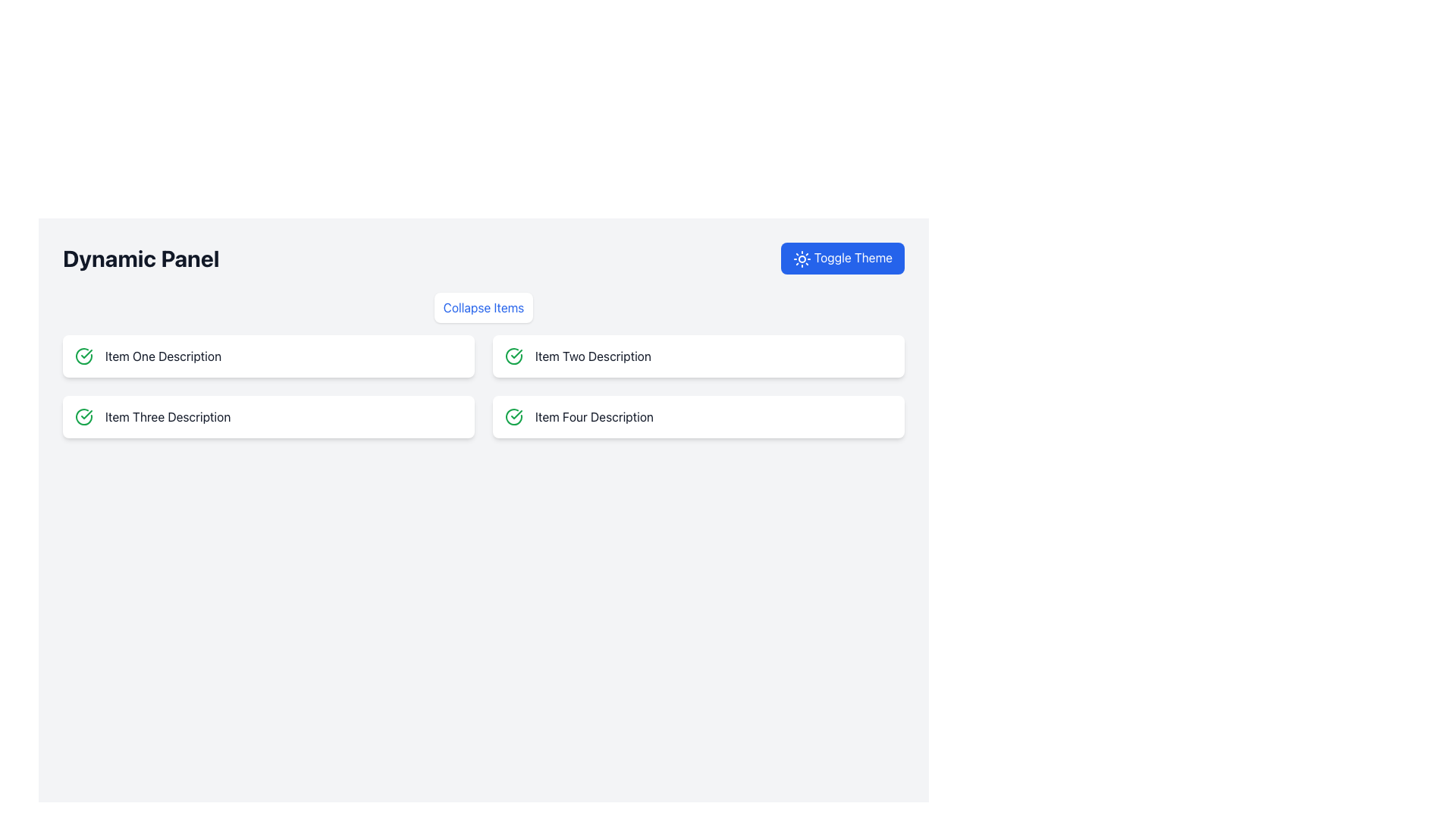 The image size is (1456, 819). I want to click on the small green checkmark icon located within the larger circular icon, positioned to the left of the text 'Item Four Description' in the bottom-right card, so click(516, 353).